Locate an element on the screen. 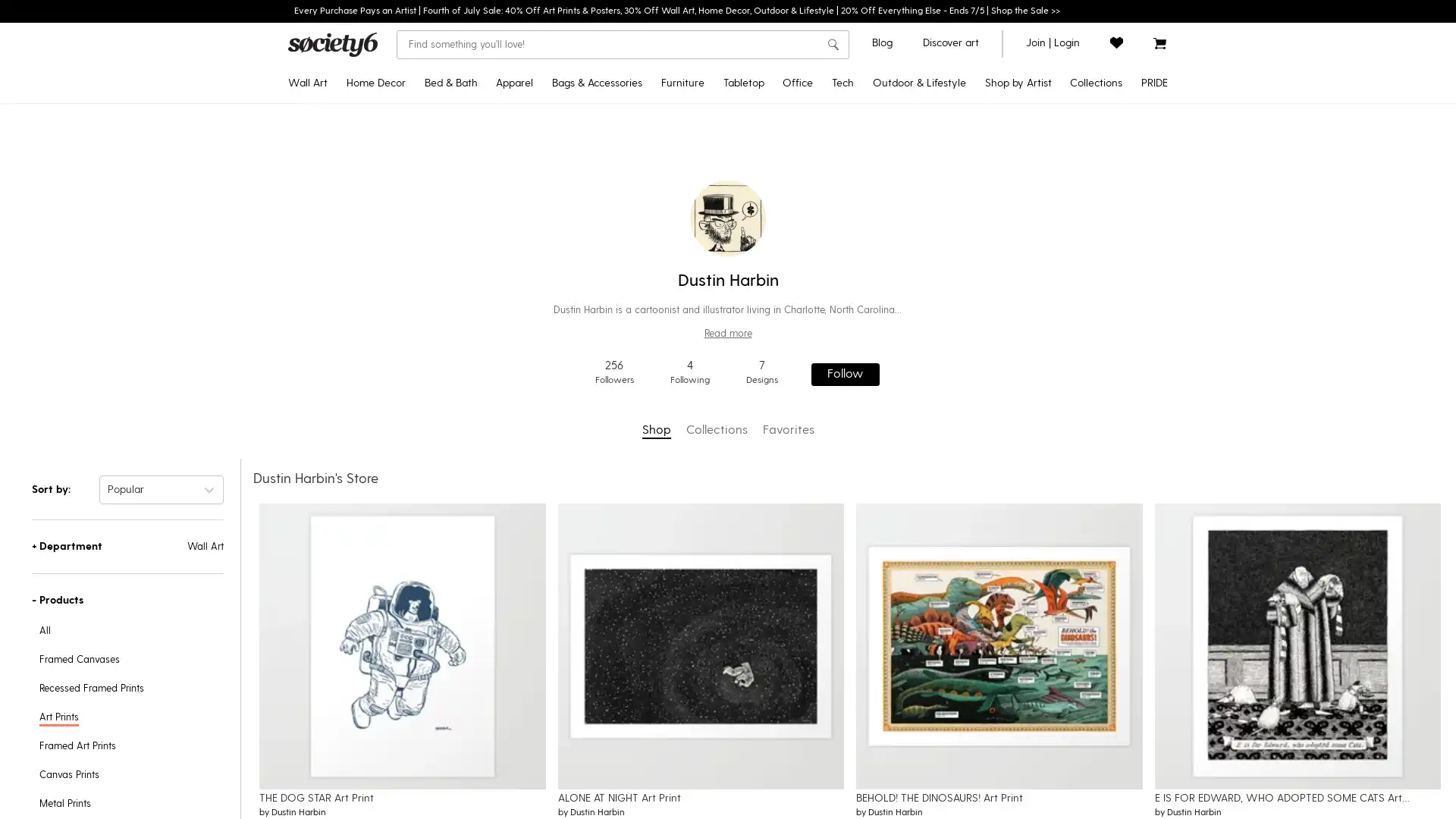  Star WarsTM is located at coordinates (977, 146).